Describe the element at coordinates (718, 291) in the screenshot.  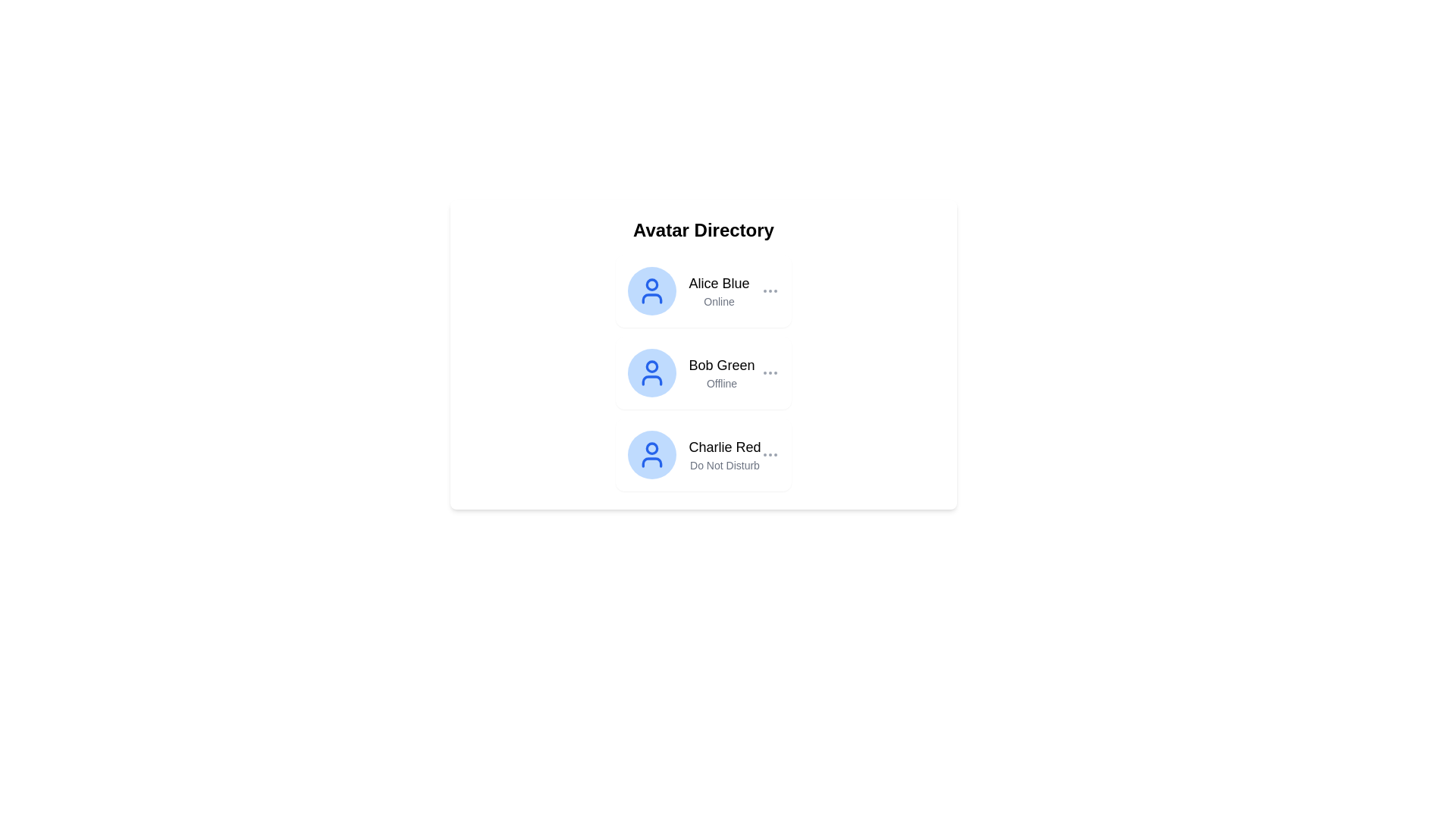
I see `the Text label displaying 'Alice Blue' and their status 'Online' in the user directory interface, located to the right of the circular avatar` at that location.